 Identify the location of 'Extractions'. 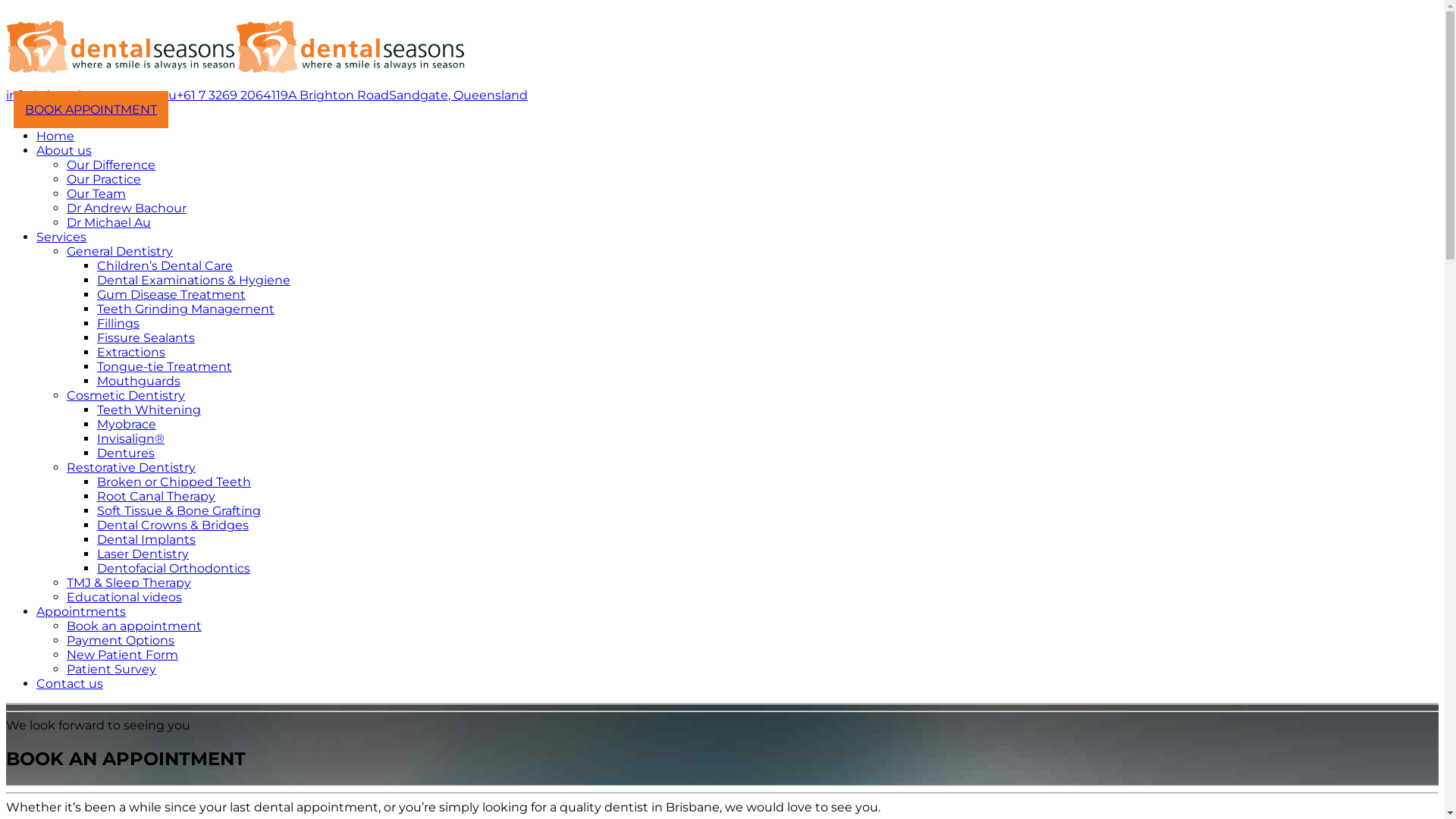
(130, 352).